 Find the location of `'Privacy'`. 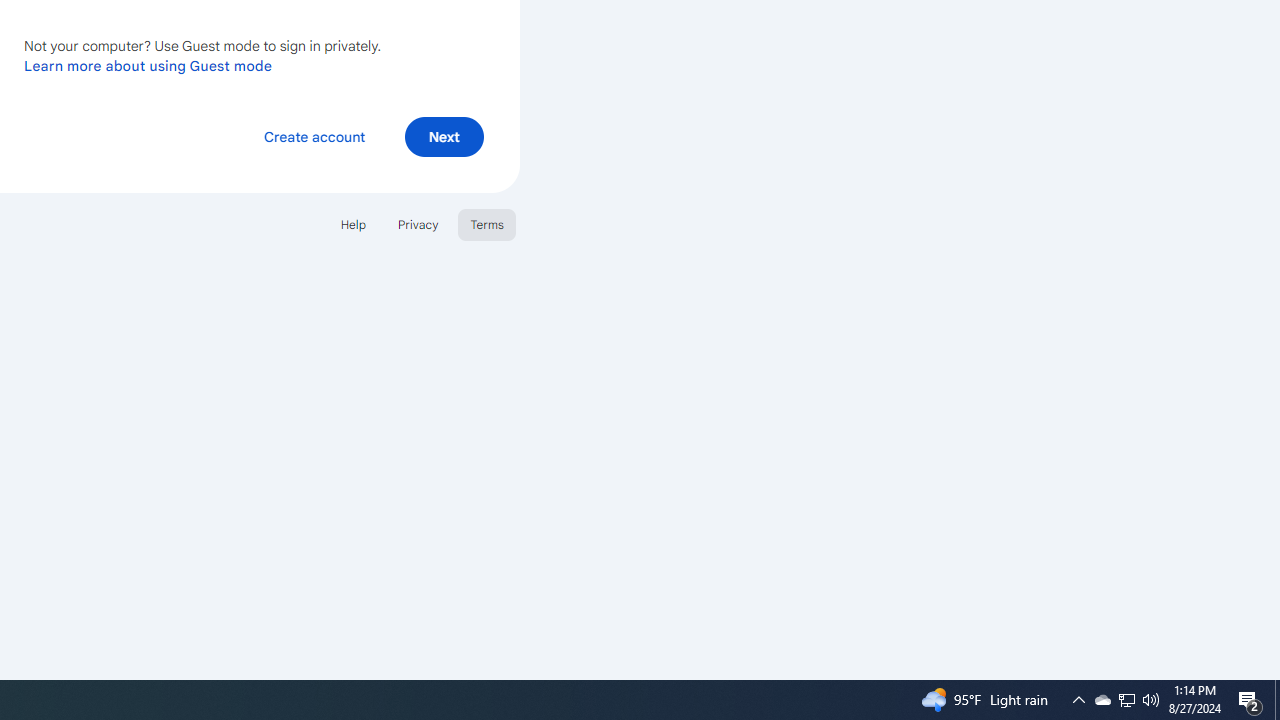

'Privacy' is located at coordinates (416, 224).